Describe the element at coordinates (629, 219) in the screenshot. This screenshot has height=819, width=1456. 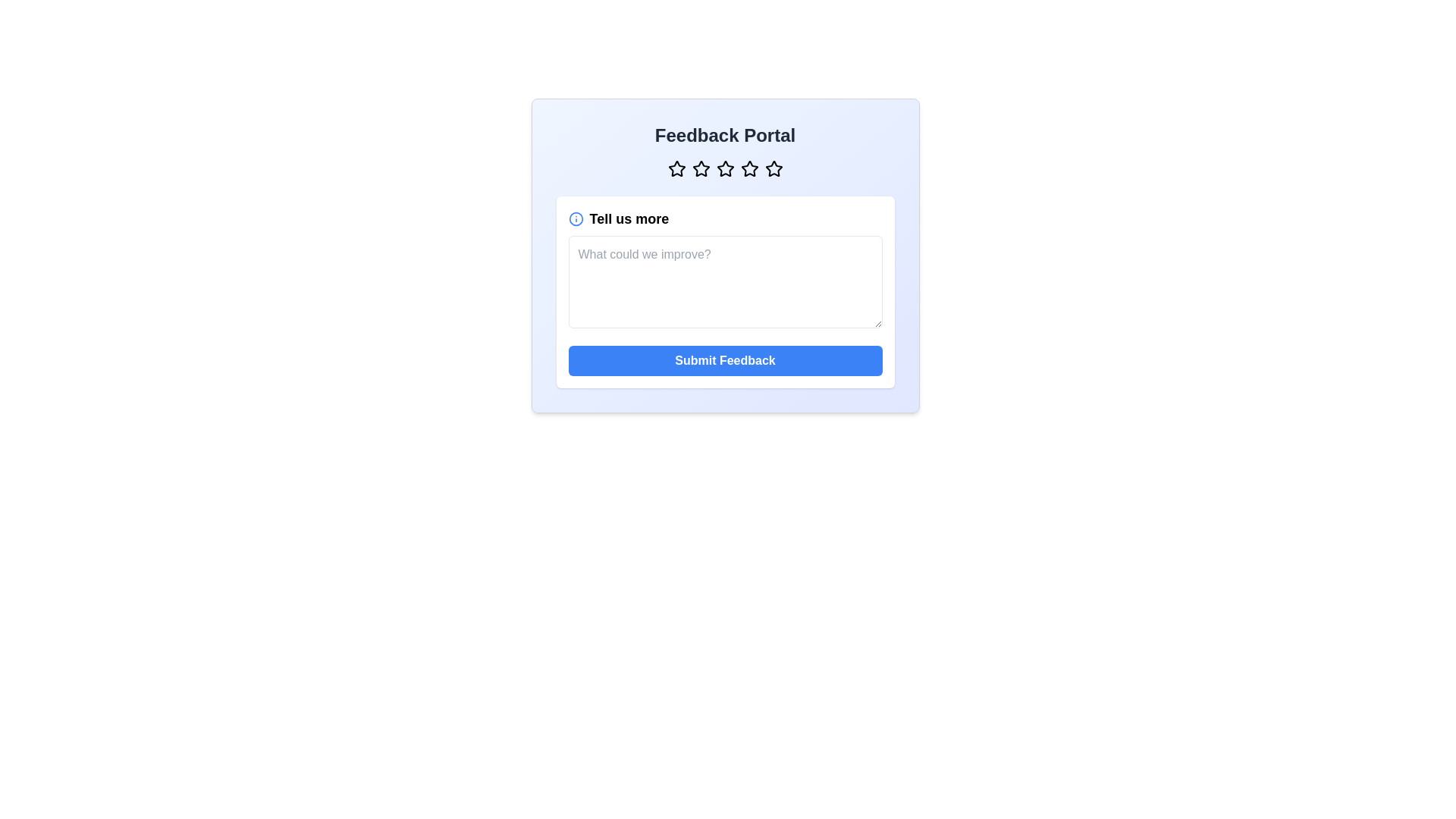
I see `text label displaying 'Tell us more' which is positioned to the right of an information icon in a feedback form layout` at that location.